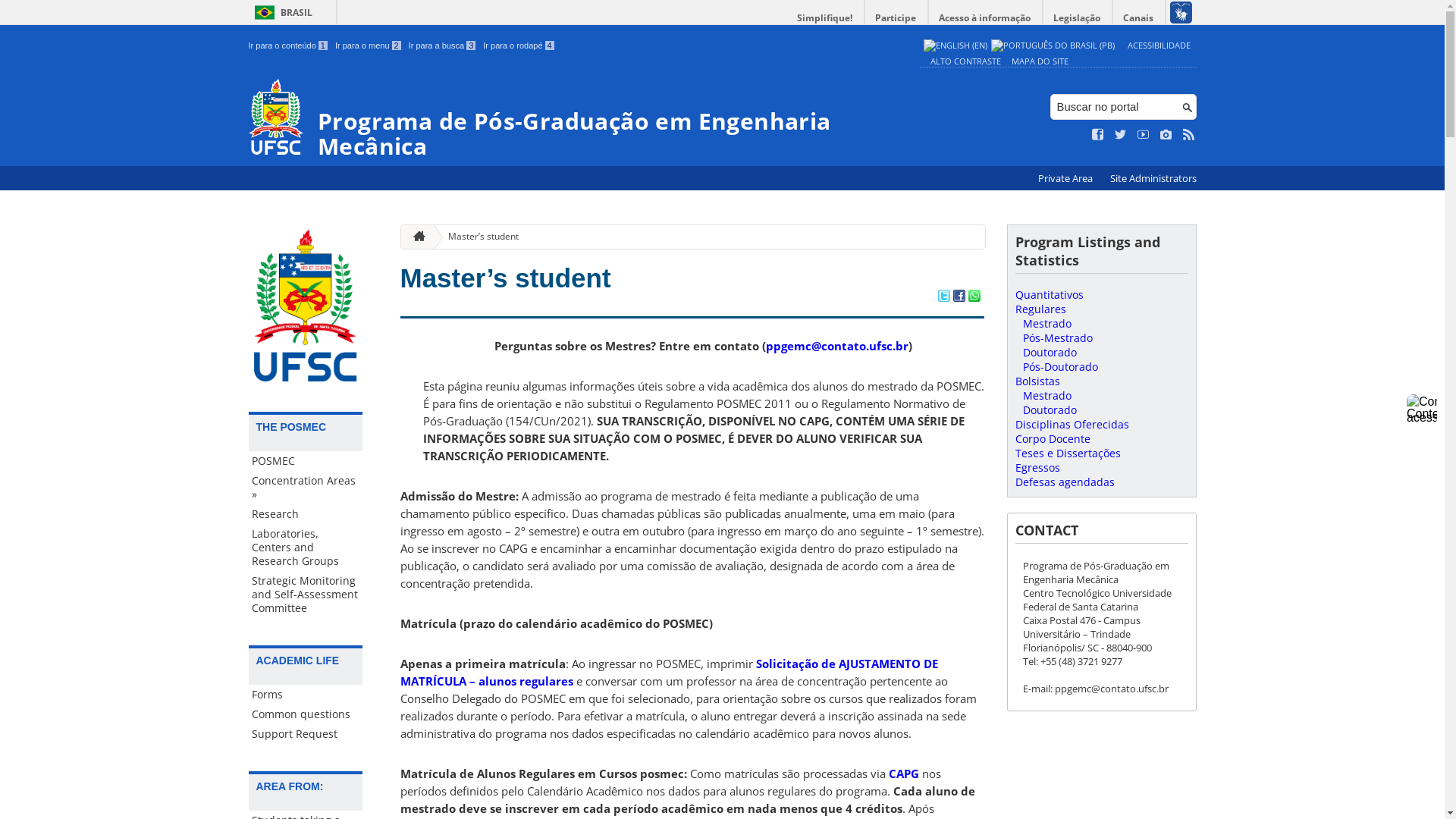 The width and height of the screenshot is (1456, 819). I want to click on 'Bolsistas', so click(1036, 380).